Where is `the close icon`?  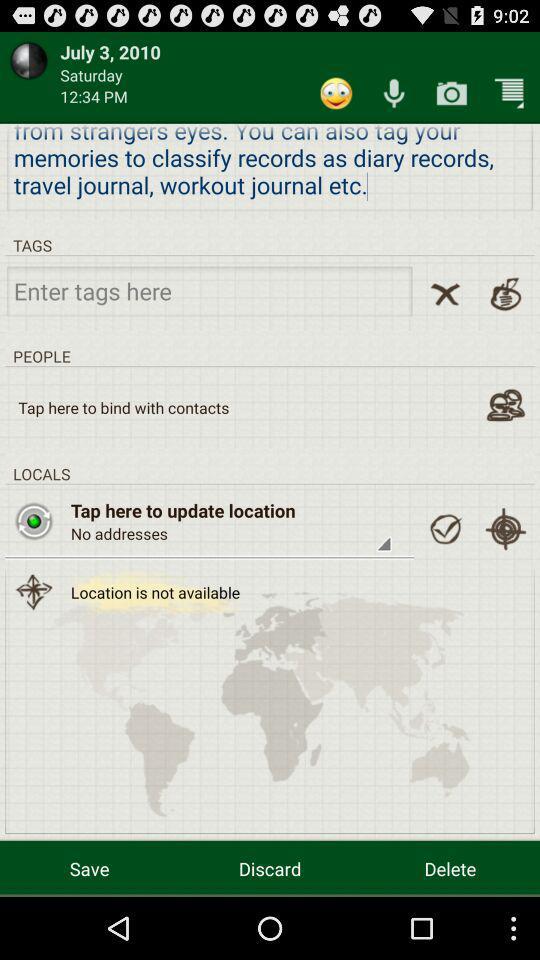 the close icon is located at coordinates (445, 314).